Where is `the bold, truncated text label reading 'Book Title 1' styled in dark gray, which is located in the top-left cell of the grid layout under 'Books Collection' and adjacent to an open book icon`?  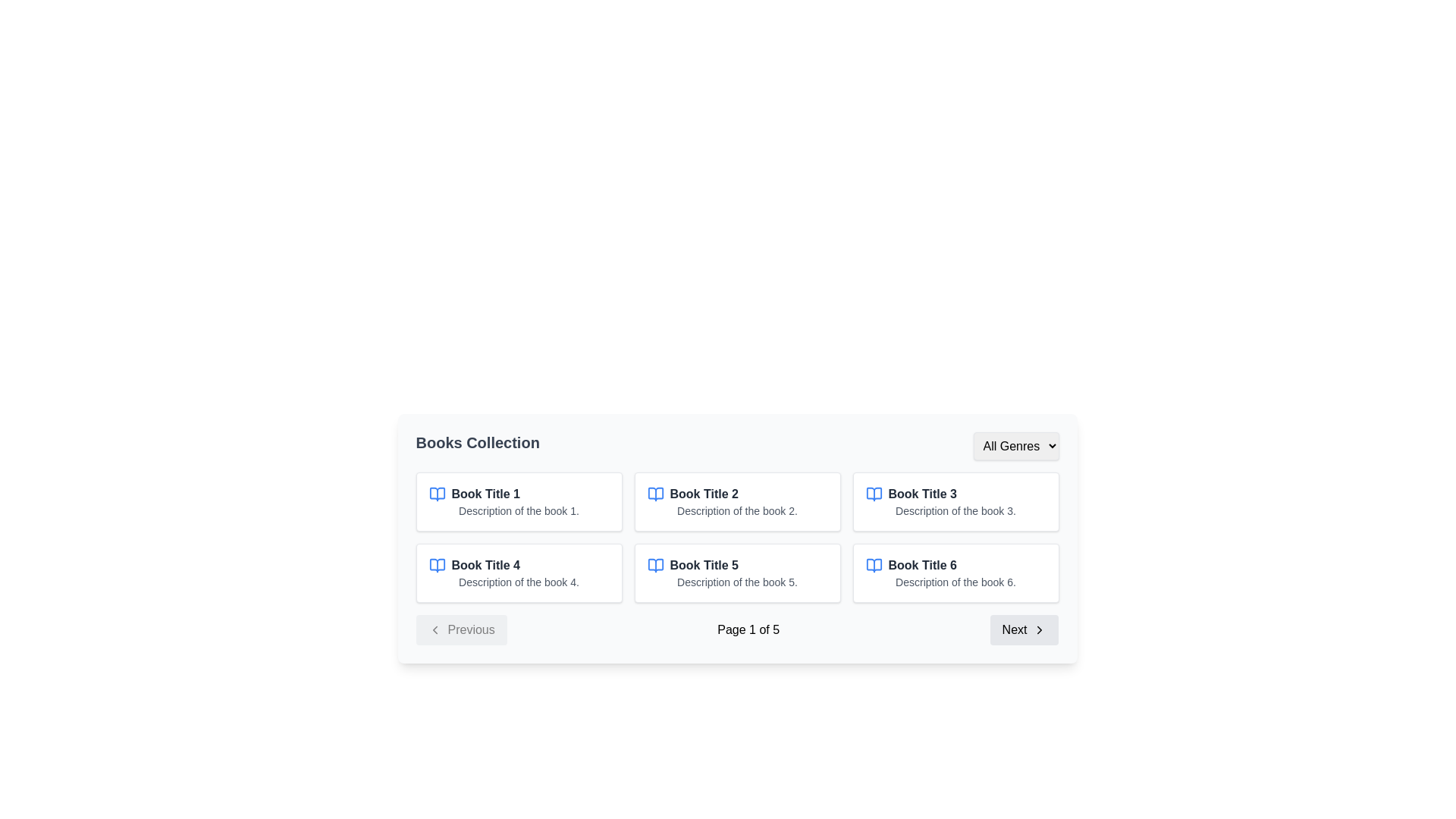 the bold, truncated text label reading 'Book Title 1' styled in dark gray, which is located in the top-left cell of the grid layout under 'Books Collection' and adjacent to an open book icon is located at coordinates (485, 494).